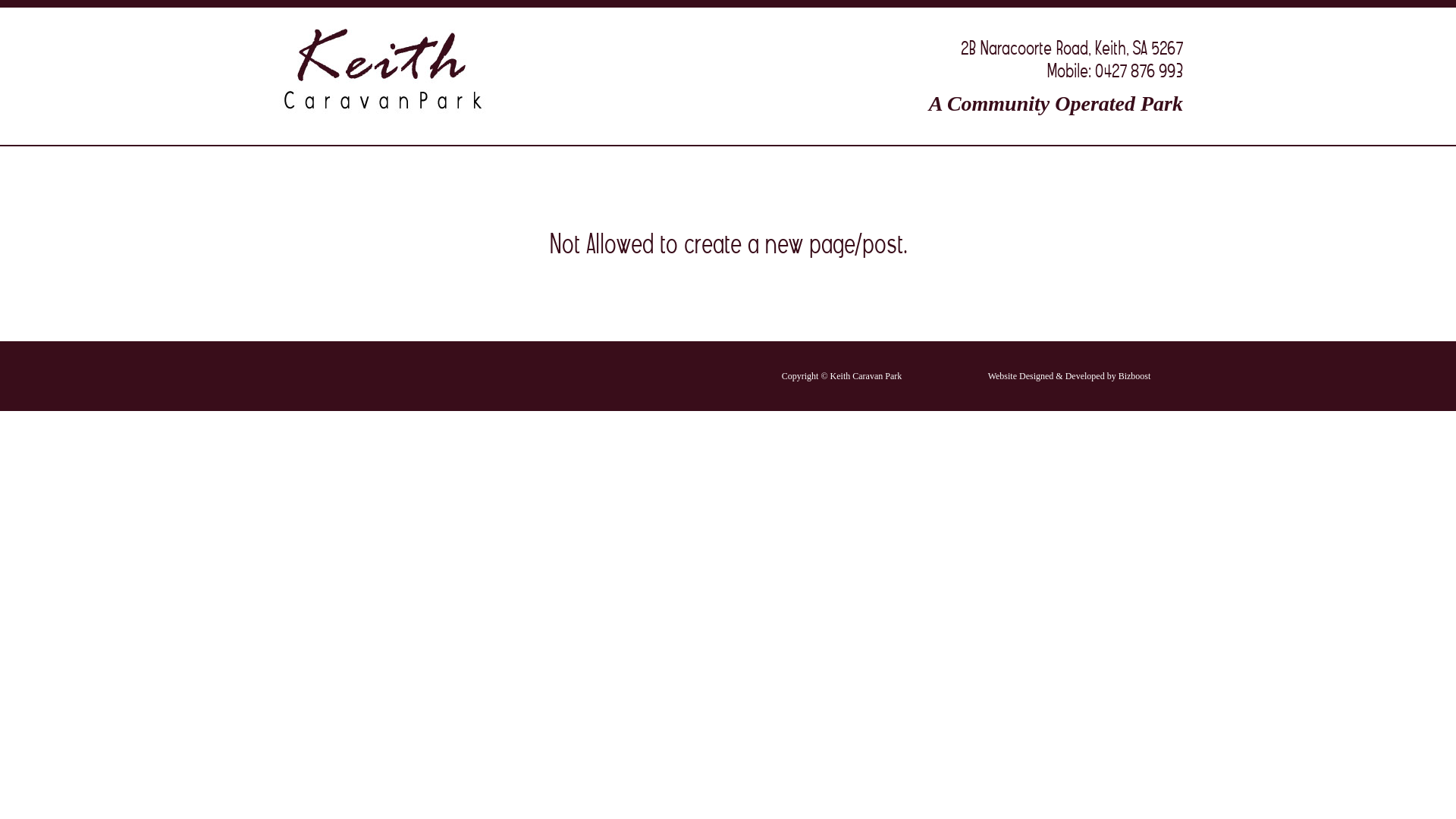  Describe the element at coordinates (409, 70) in the screenshot. I see `'Keith Caravan Park'` at that location.